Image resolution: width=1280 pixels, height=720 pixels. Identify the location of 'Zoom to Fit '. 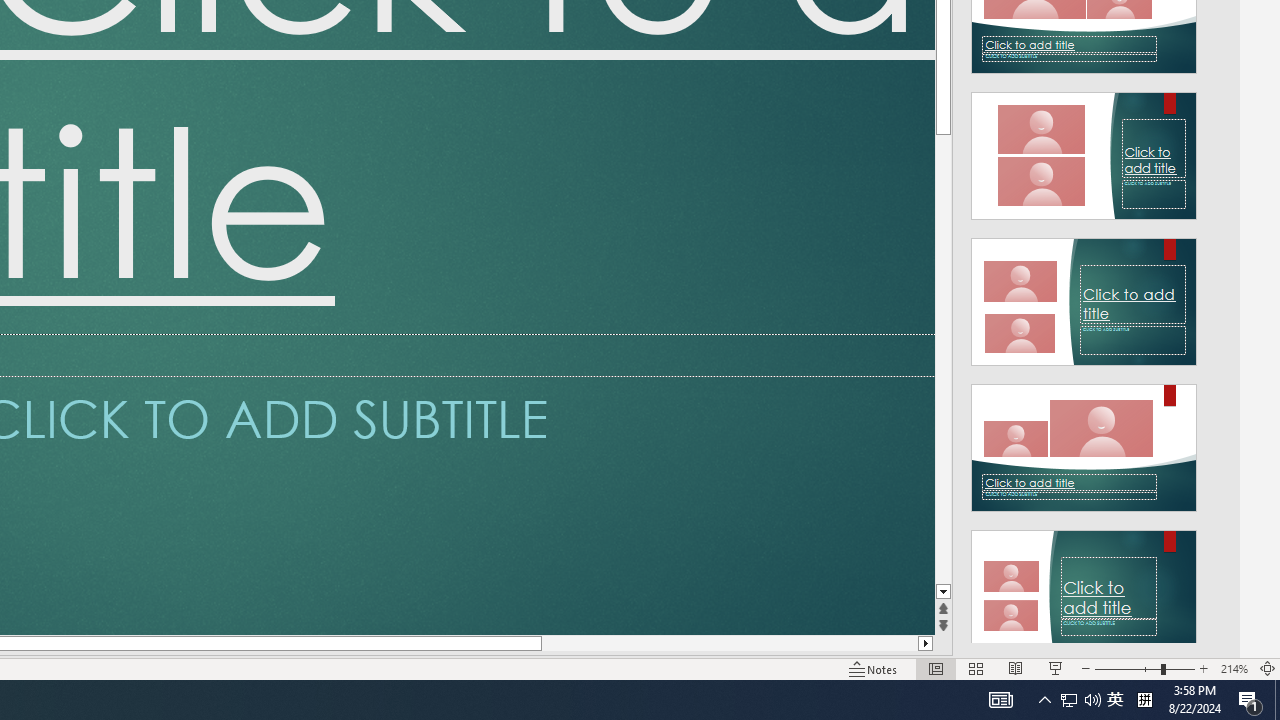
(1266, 669).